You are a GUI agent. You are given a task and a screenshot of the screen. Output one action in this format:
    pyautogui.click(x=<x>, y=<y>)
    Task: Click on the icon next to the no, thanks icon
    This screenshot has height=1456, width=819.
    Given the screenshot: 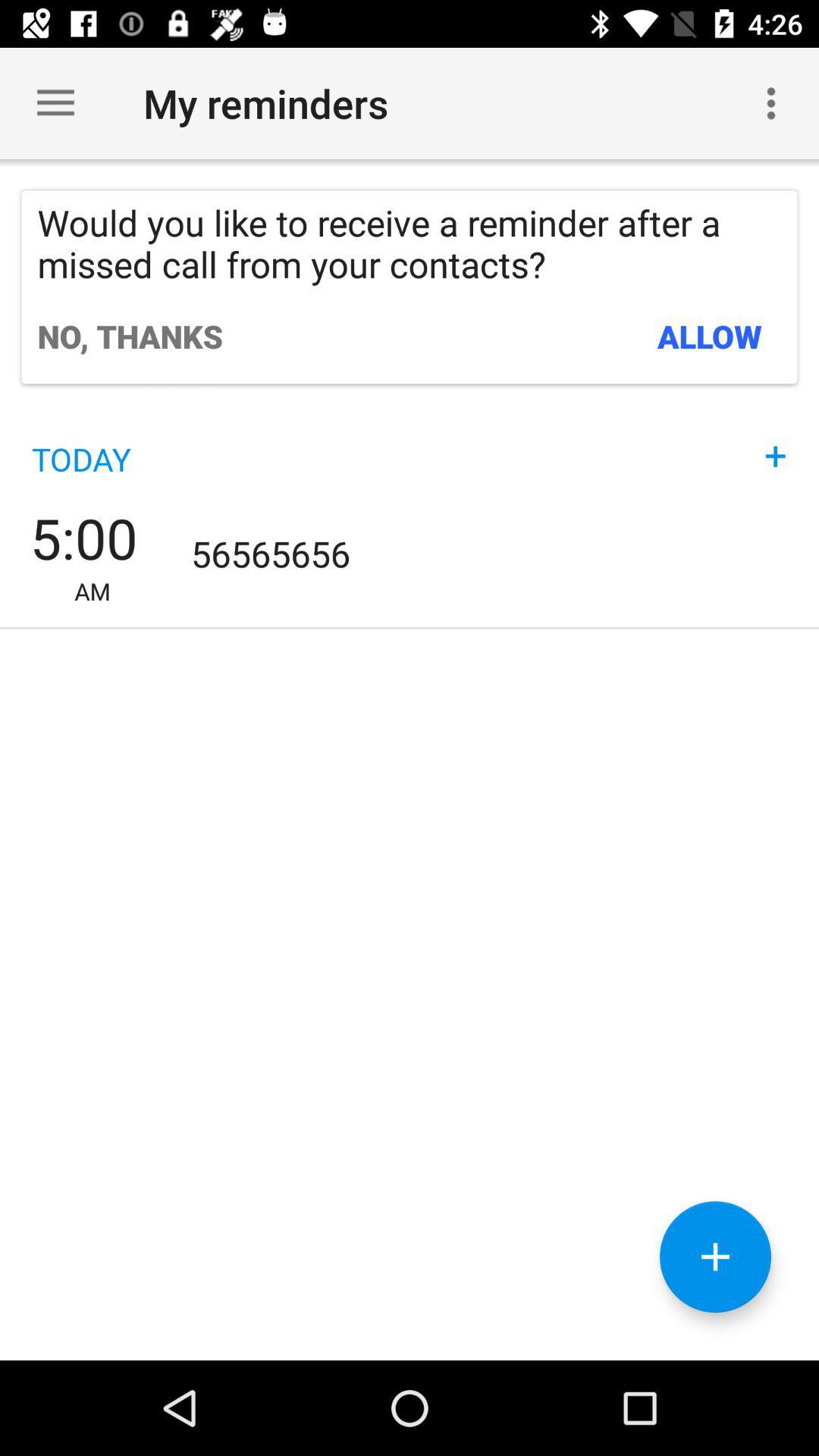 What is the action you would take?
    pyautogui.click(x=710, y=335)
    